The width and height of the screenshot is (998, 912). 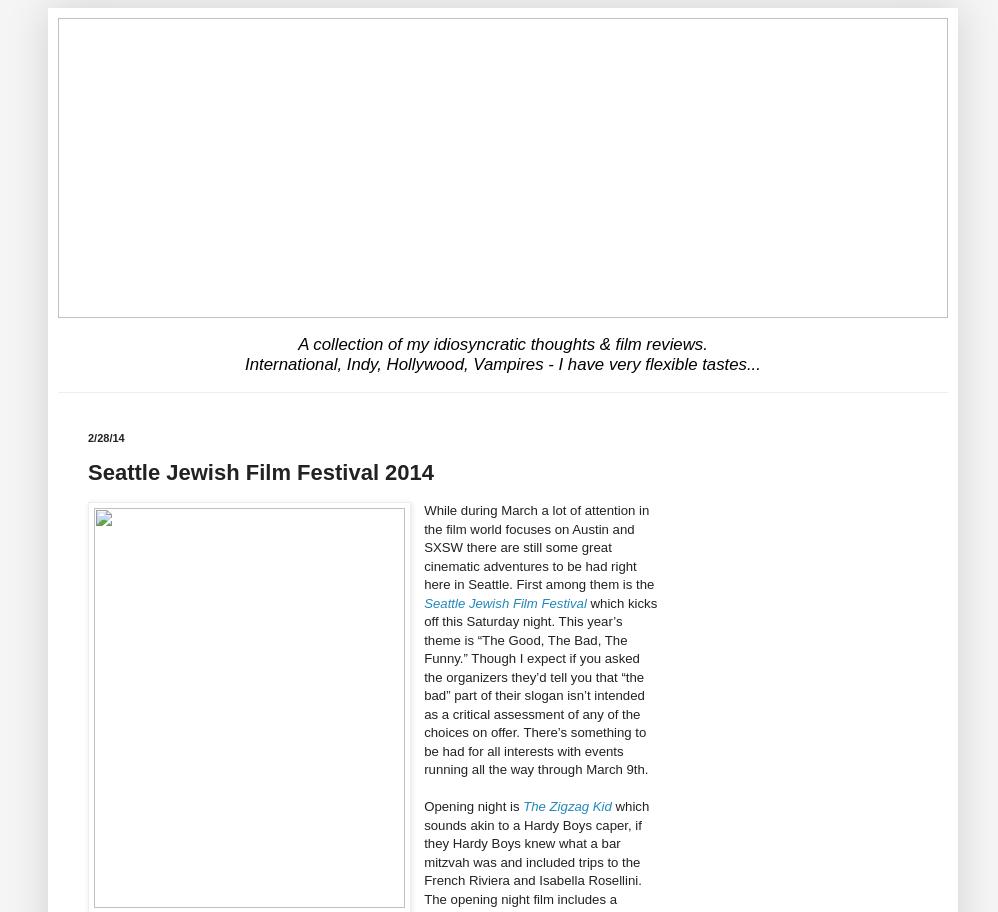 What do you see at coordinates (423, 547) in the screenshot?
I see `'While during March a lot of attention in the film world focuses on Austin and SXSW there are still some great cinematic adventures to be had right here in Seattle. First among them is the'` at bounding box center [423, 547].